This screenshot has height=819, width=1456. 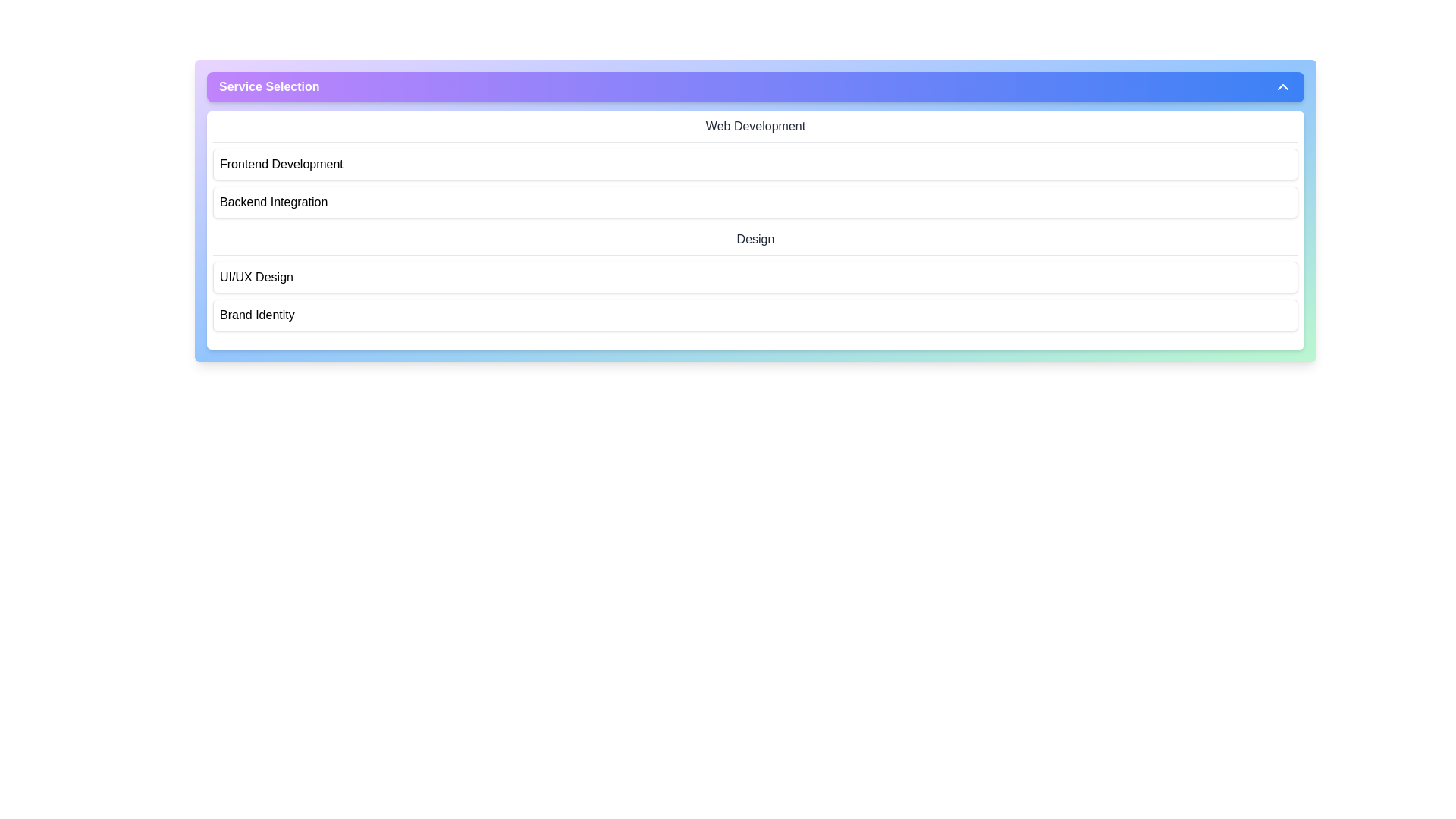 What do you see at coordinates (274, 201) in the screenshot?
I see `the text label reading 'Backend Integration' which is the second item in a vertical list under the 'Service Selection' header` at bounding box center [274, 201].